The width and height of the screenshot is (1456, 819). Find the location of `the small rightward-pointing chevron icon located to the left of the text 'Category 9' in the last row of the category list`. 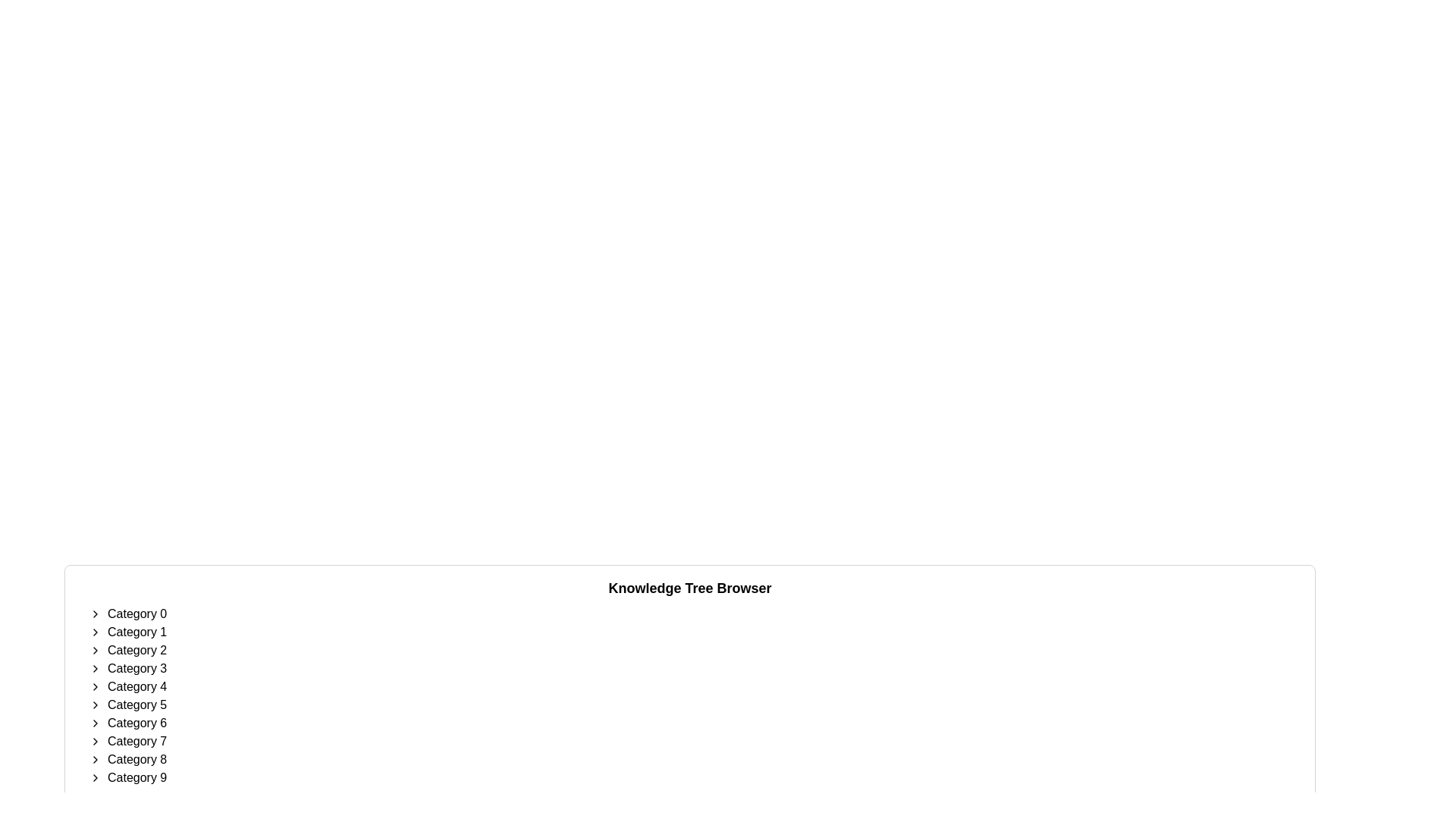

the small rightward-pointing chevron icon located to the left of the text 'Category 9' in the last row of the category list is located at coordinates (94, 778).